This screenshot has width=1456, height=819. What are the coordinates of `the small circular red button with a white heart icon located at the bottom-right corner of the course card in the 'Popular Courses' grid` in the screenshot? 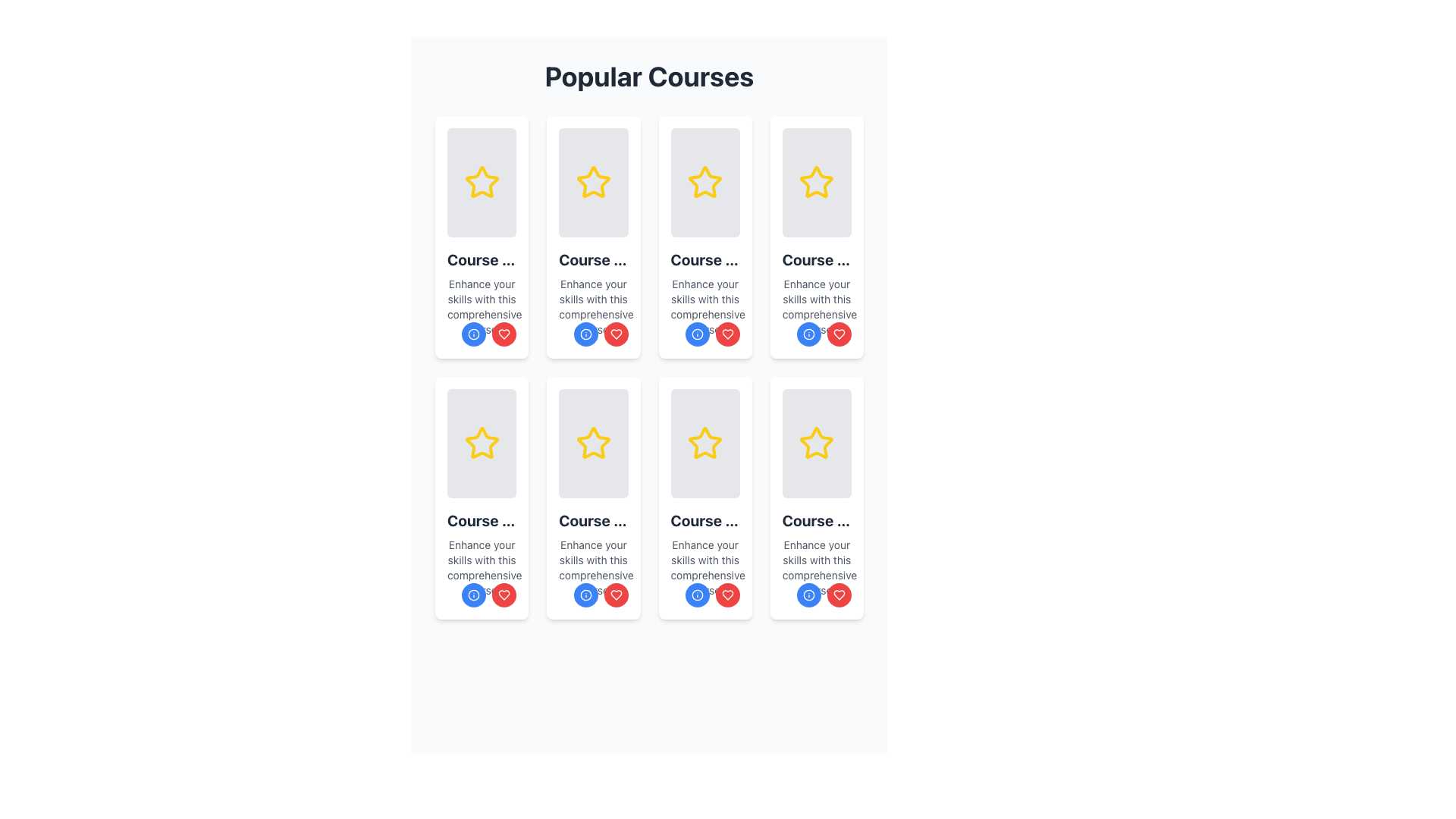 It's located at (600, 595).